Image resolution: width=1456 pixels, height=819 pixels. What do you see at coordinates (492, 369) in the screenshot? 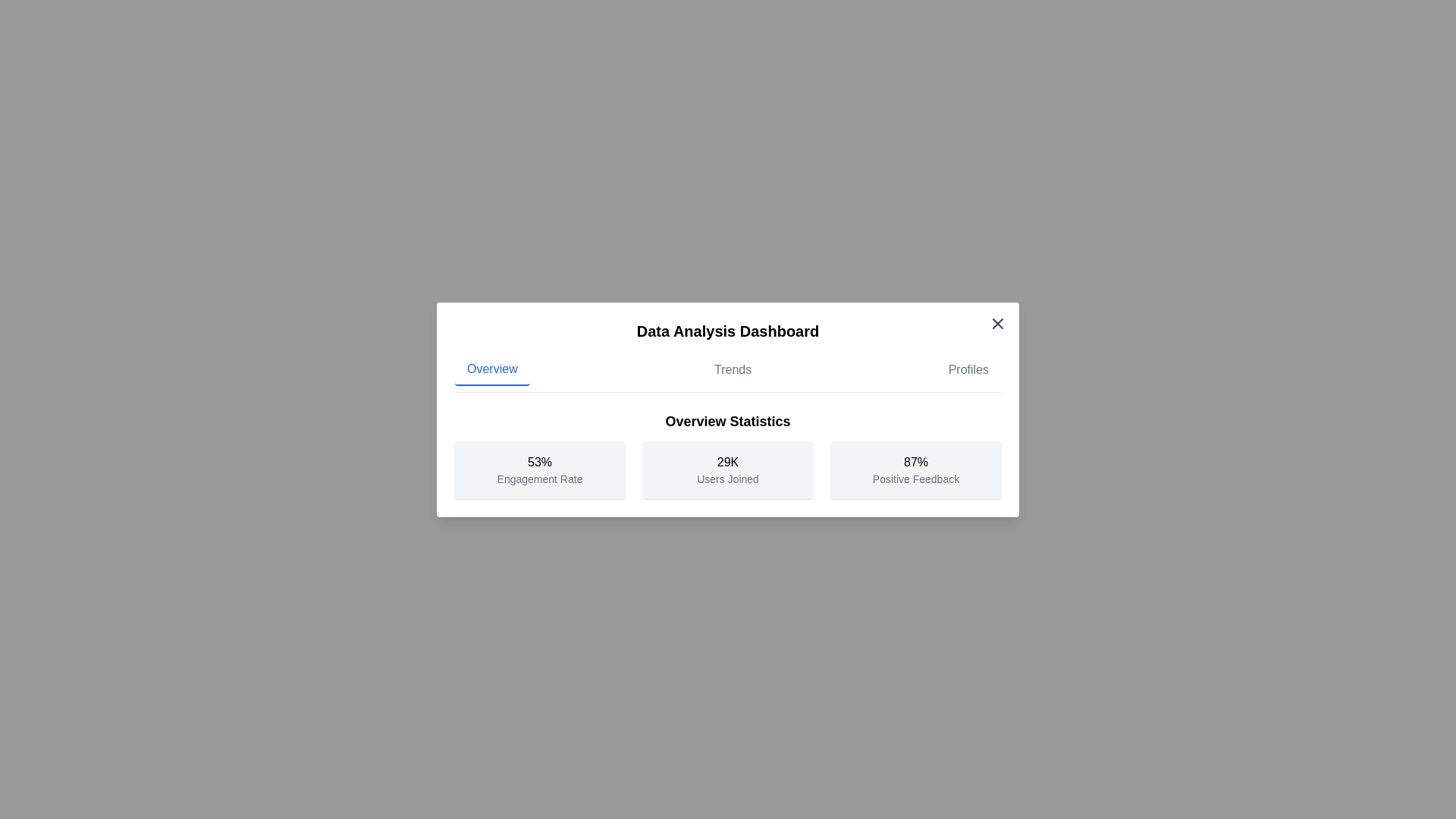
I see `the 'Overview' navigation tab located on the left-hand side of the Data Analysis Dashboard` at bounding box center [492, 369].